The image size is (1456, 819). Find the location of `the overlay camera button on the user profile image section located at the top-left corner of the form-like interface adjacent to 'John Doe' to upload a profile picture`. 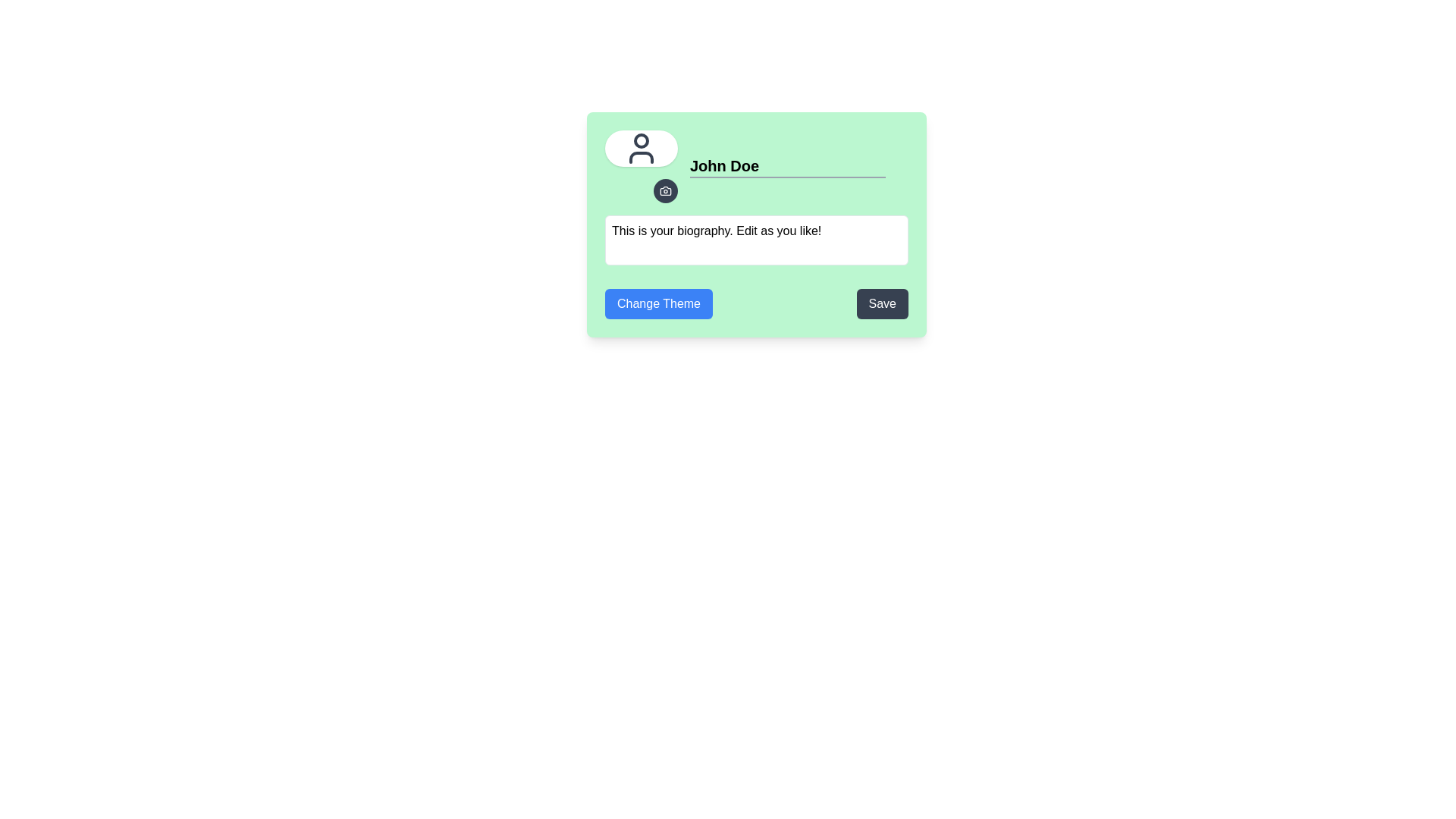

the overlay camera button on the user profile image section located at the top-left corner of the form-like interface adjacent to 'John Doe' to upload a profile picture is located at coordinates (641, 166).